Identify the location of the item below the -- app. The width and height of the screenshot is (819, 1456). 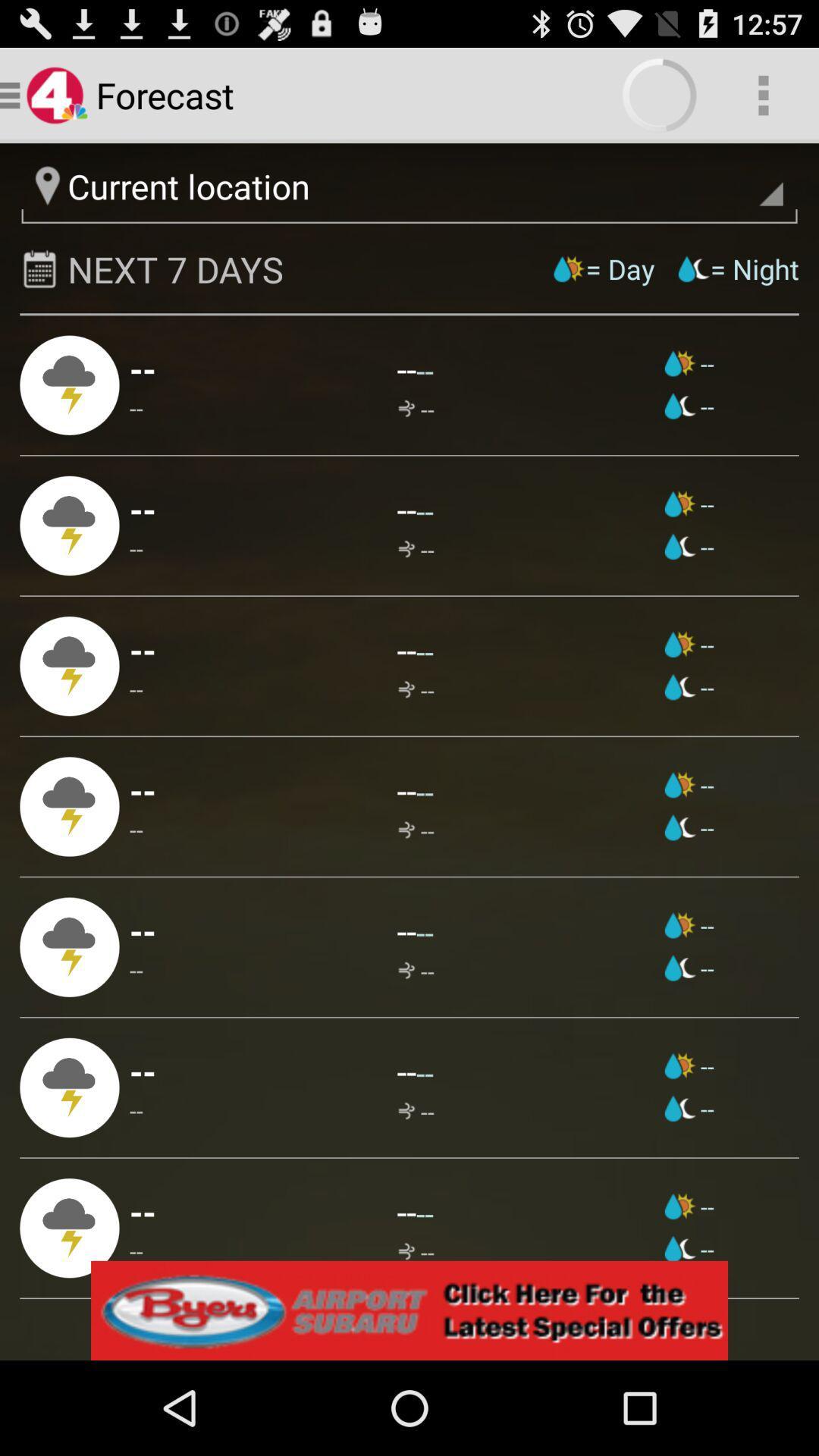
(689, 924).